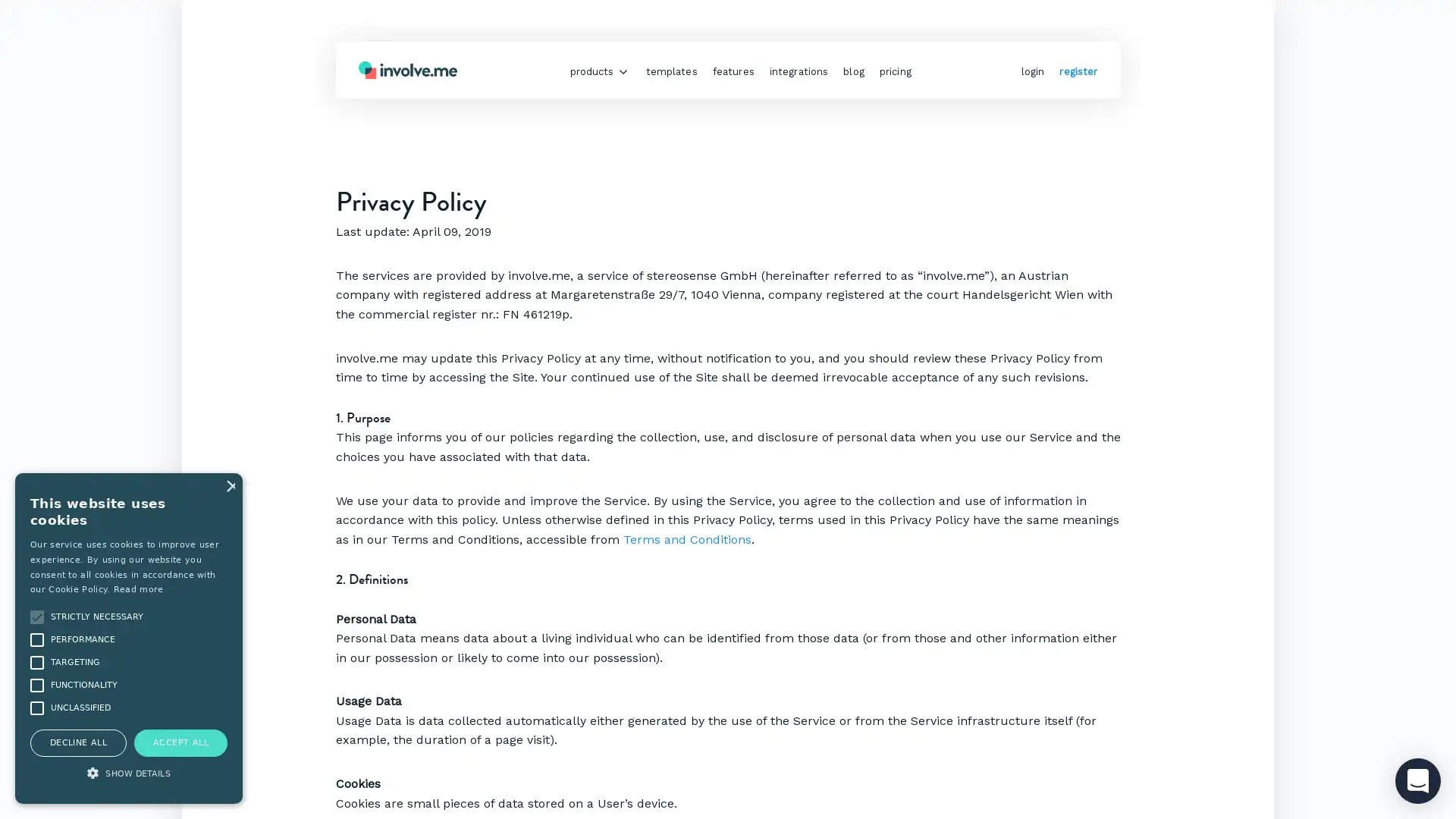  What do you see at coordinates (128, 774) in the screenshot?
I see `SHOW DETAILS` at bounding box center [128, 774].